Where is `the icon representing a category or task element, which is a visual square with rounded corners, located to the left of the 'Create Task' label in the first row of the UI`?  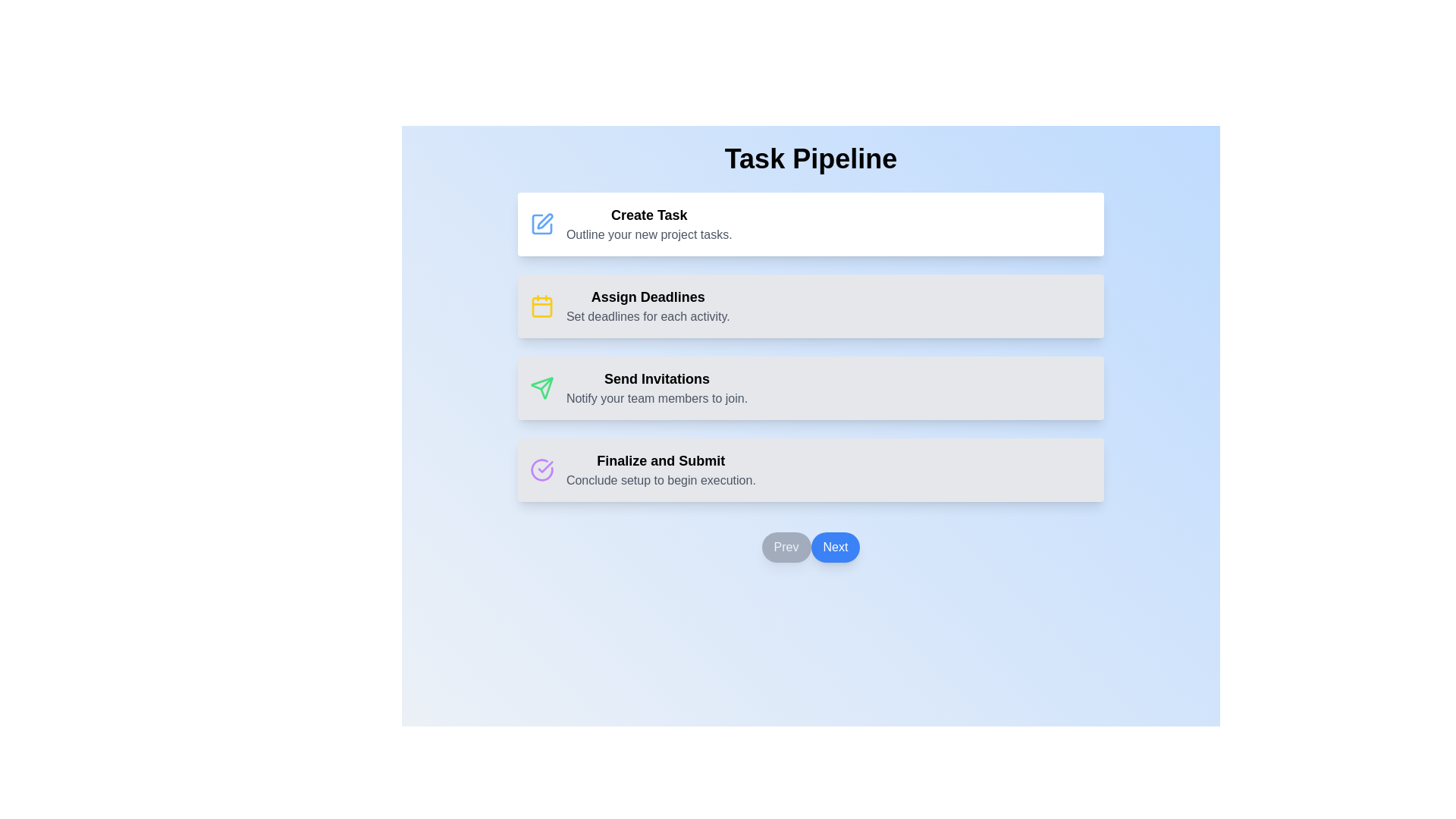
the icon representing a category or task element, which is a visual square with rounded corners, located to the left of the 'Create Task' label in the first row of the UI is located at coordinates (541, 224).